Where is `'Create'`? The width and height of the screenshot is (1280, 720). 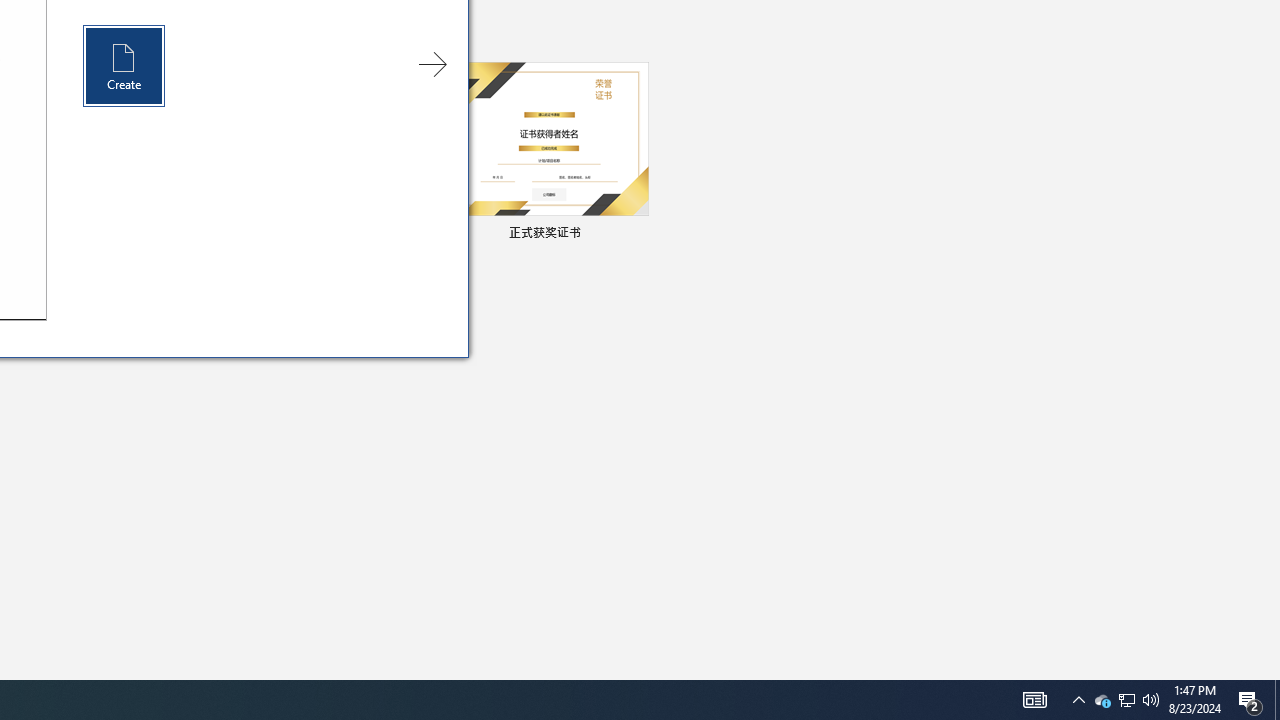
'Create' is located at coordinates (123, 65).